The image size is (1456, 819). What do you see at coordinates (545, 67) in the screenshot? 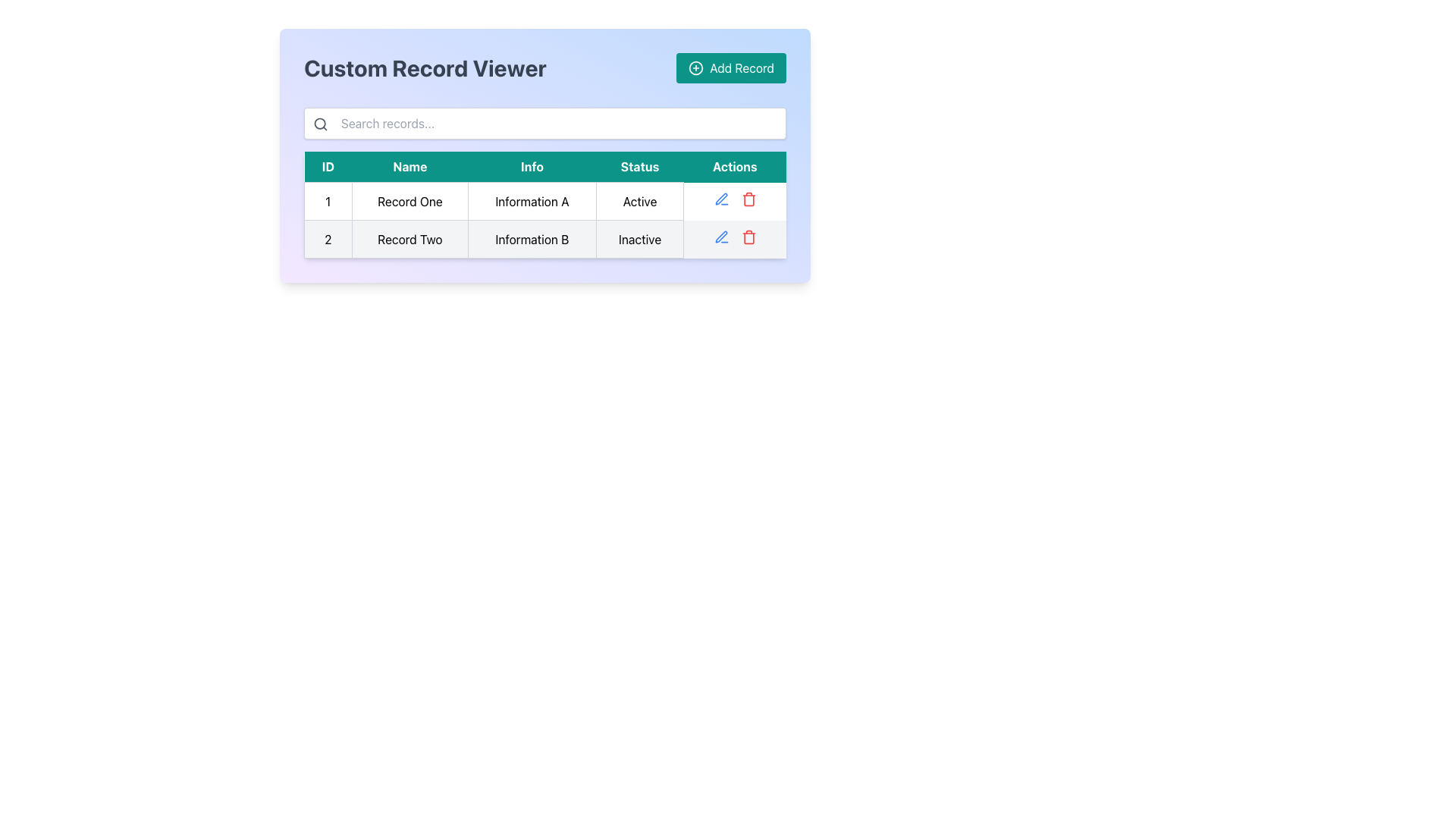
I see `the title 'Custom Record Viewer' in the Header with Action Button` at bounding box center [545, 67].